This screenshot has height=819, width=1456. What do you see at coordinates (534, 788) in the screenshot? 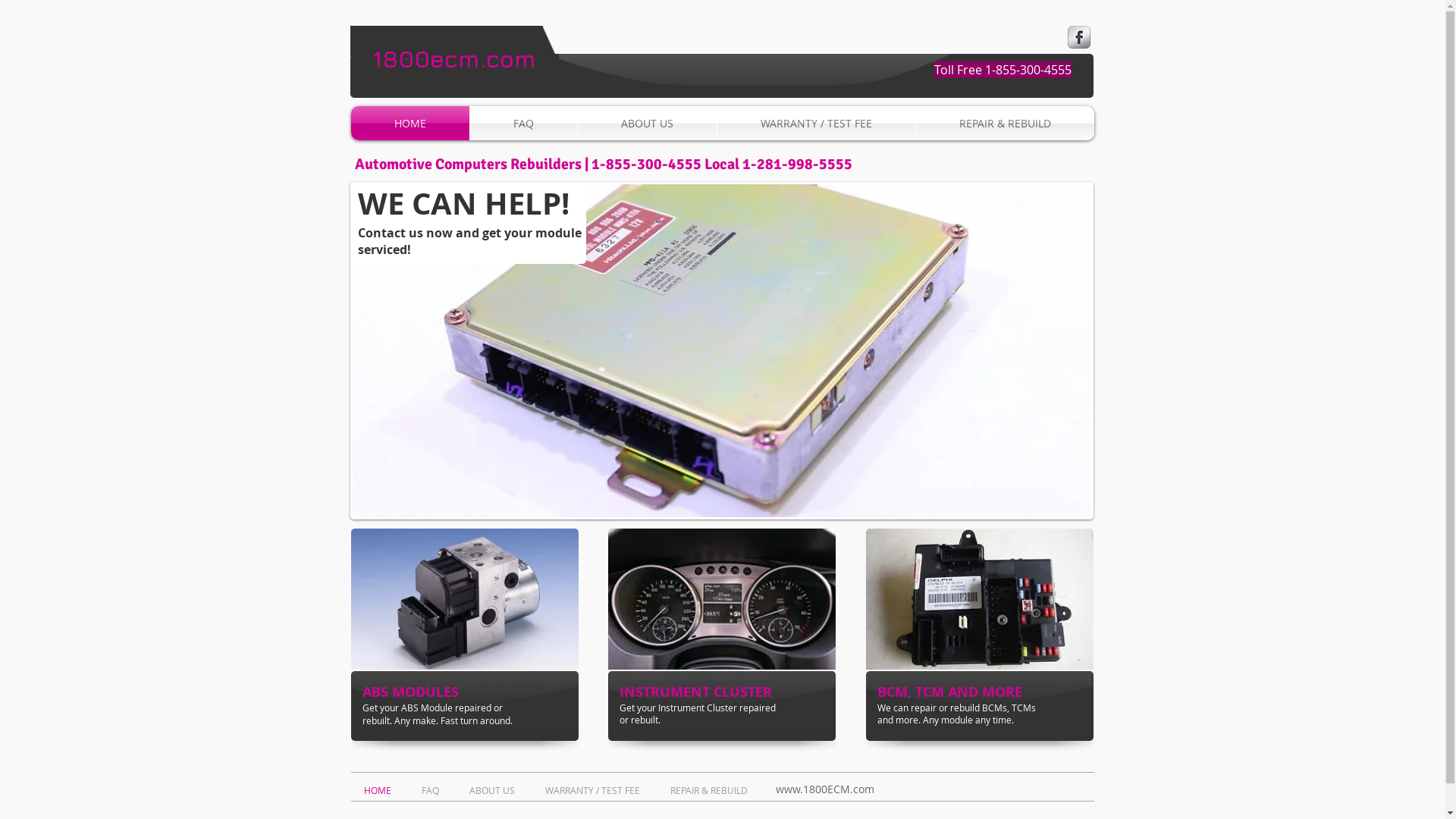
I see `'WARRANTY / TEST FEE'` at bounding box center [534, 788].